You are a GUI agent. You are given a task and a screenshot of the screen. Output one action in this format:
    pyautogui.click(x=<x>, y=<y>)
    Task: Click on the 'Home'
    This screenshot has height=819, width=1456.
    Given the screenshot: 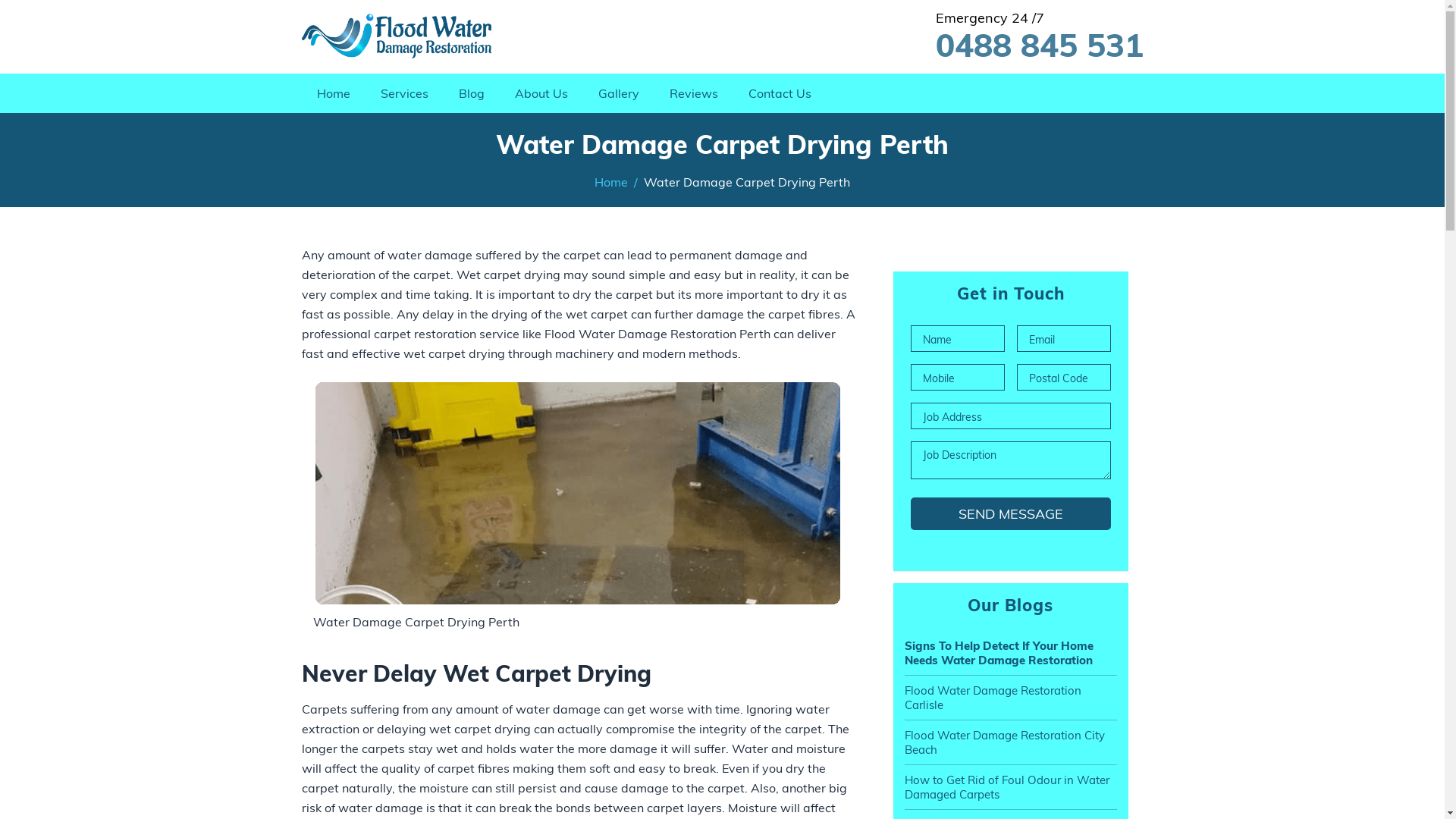 What is the action you would take?
    pyautogui.click(x=593, y=180)
    